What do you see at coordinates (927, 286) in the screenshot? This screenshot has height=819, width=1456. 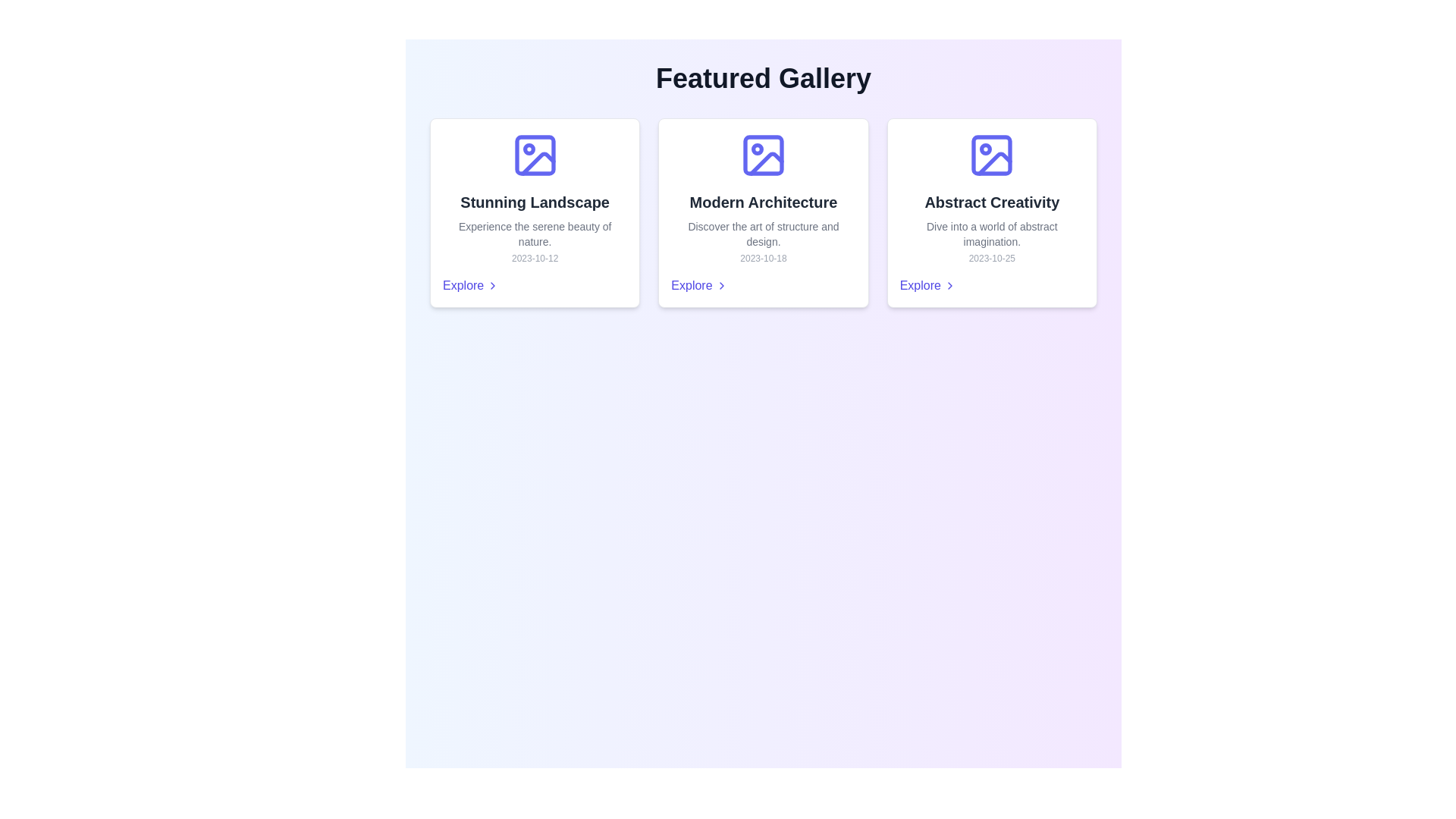 I see `the 'Explore' link or button located at the bottom right of the 'Abstract Creativity' card` at bounding box center [927, 286].